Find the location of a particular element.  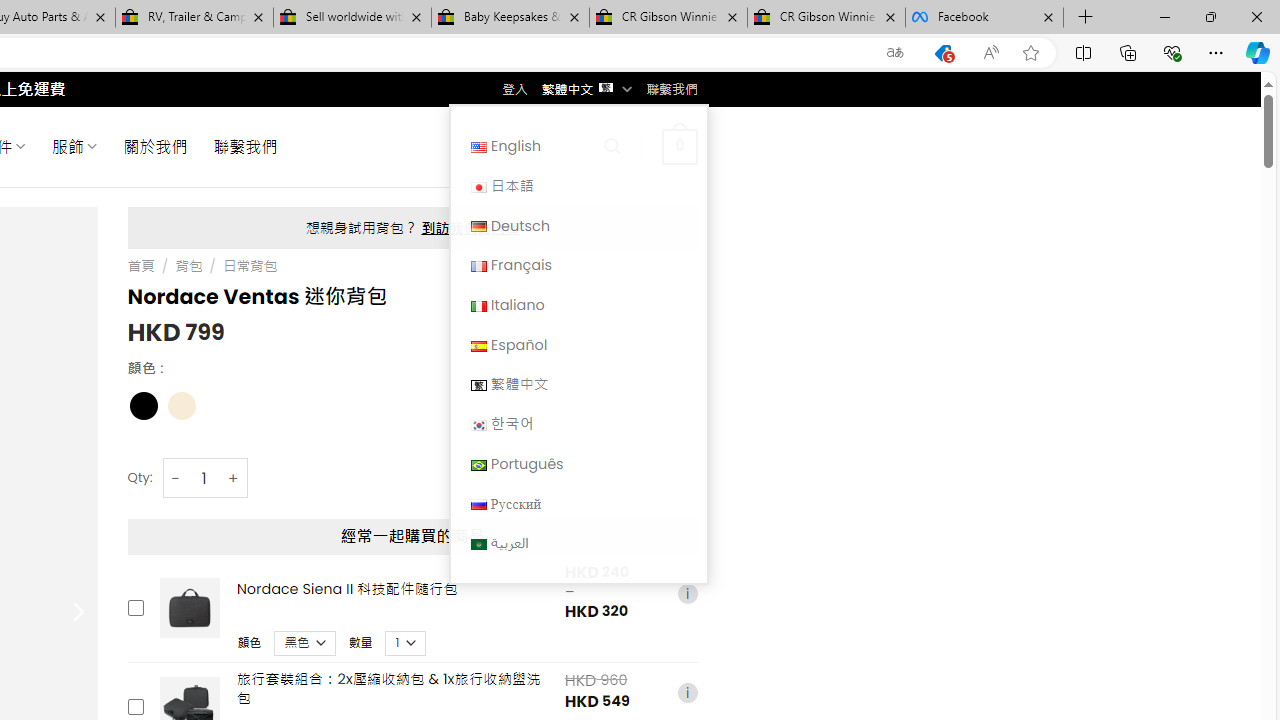

'Facebook' is located at coordinates (984, 17).